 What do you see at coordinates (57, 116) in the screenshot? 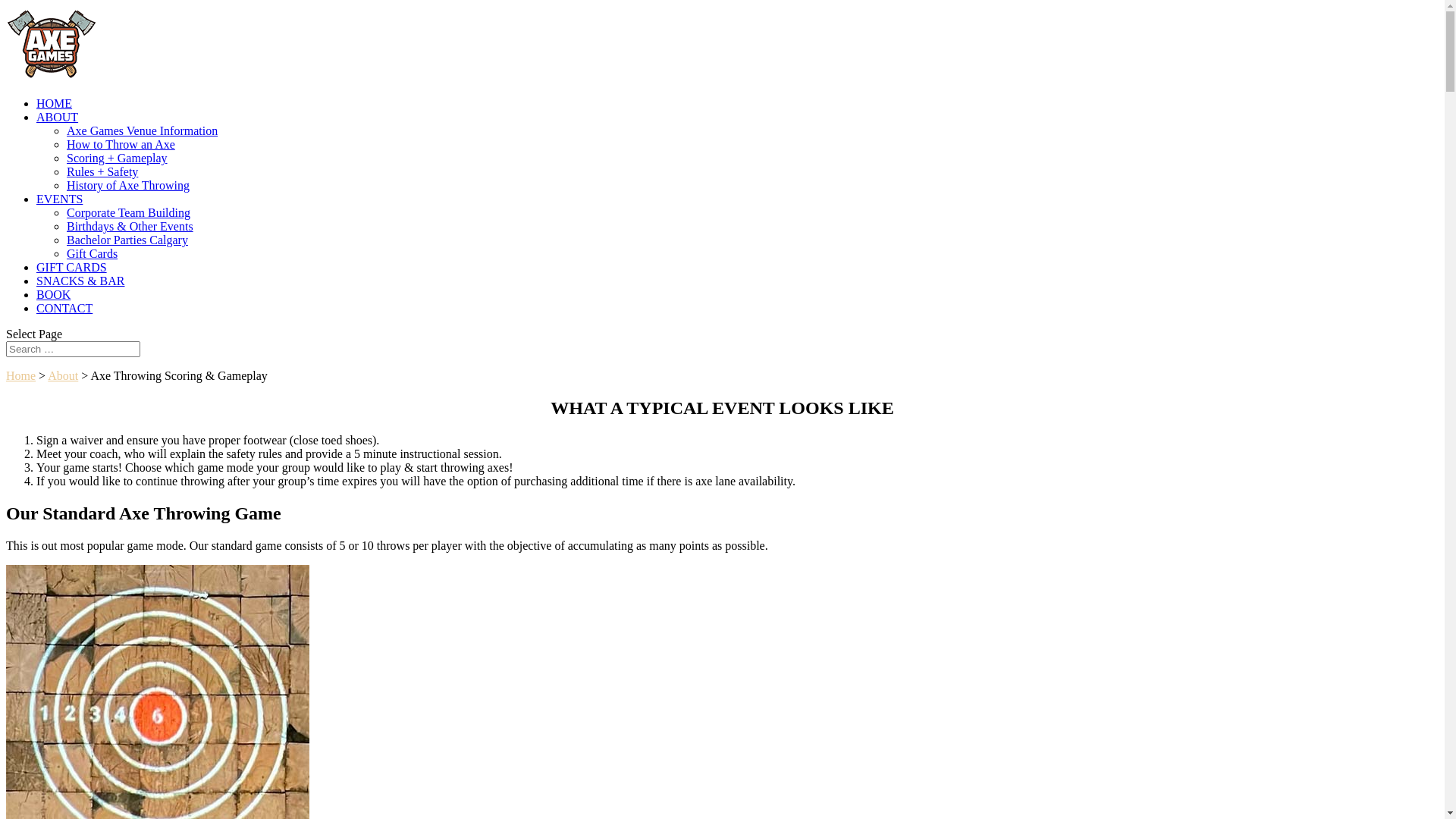
I see `'ABOUT'` at bounding box center [57, 116].